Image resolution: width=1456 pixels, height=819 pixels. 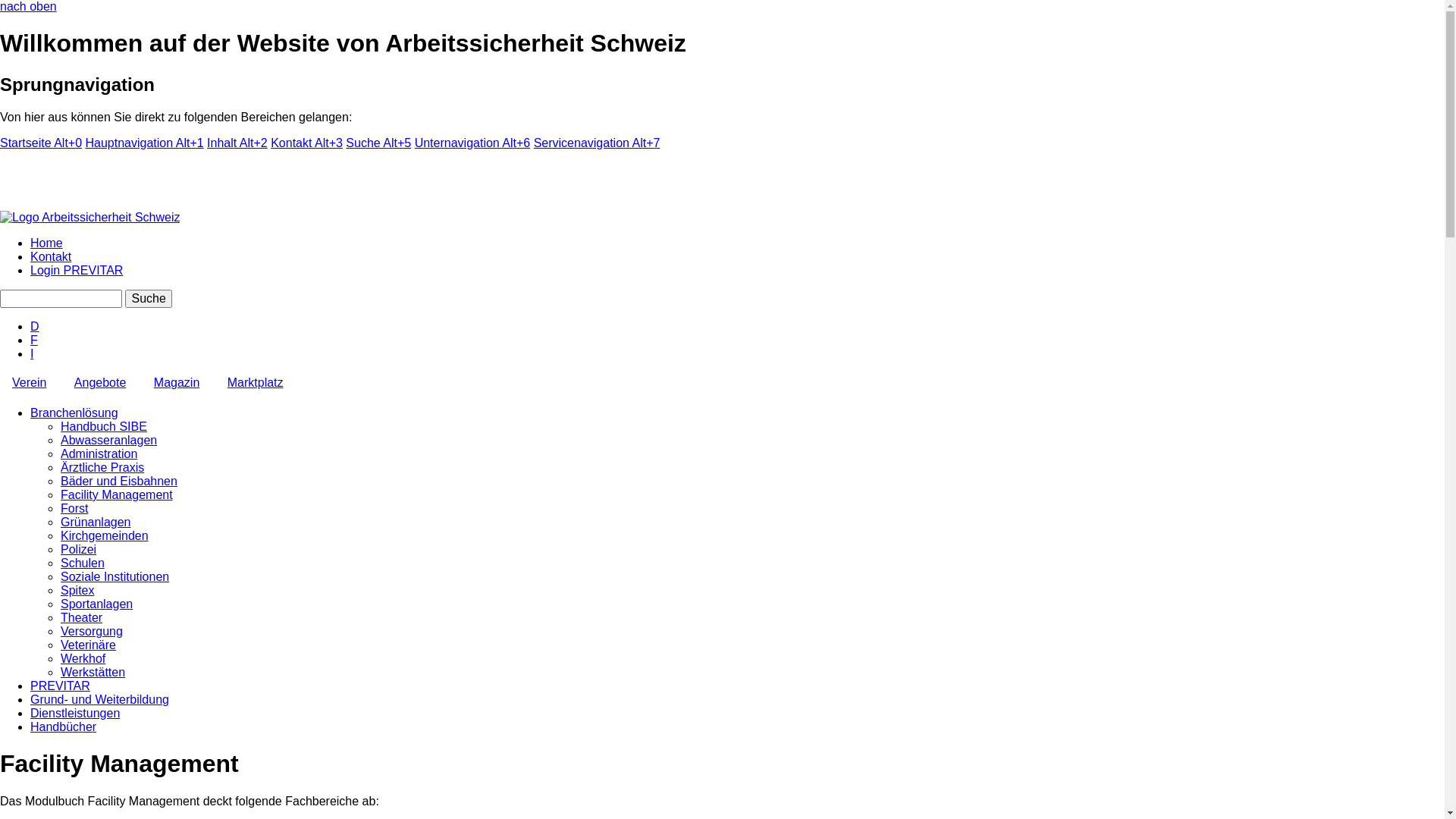 What do you see at coordinates (99, 699) in the screenshot?
I see `'Grund- und Weiterbildung'` at bounding box center [99, 699].